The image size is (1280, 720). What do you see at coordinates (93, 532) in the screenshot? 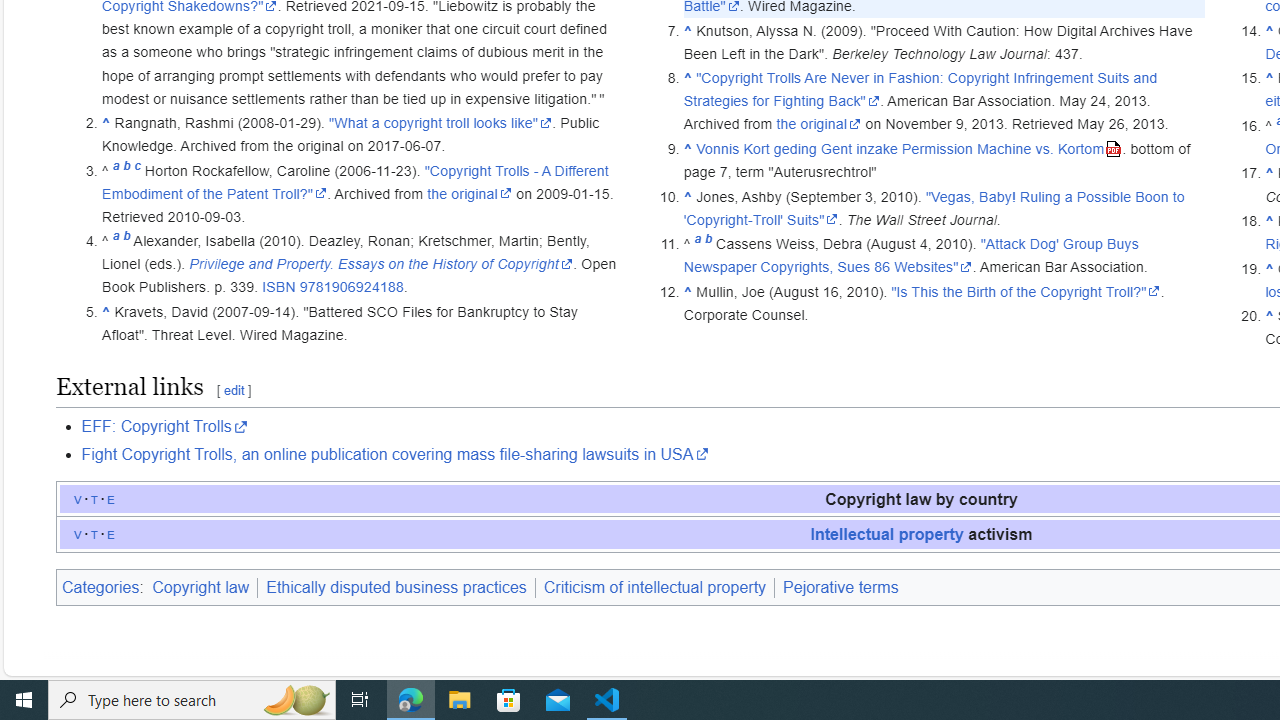
I see `'t'` at bounding box center [93, 532].